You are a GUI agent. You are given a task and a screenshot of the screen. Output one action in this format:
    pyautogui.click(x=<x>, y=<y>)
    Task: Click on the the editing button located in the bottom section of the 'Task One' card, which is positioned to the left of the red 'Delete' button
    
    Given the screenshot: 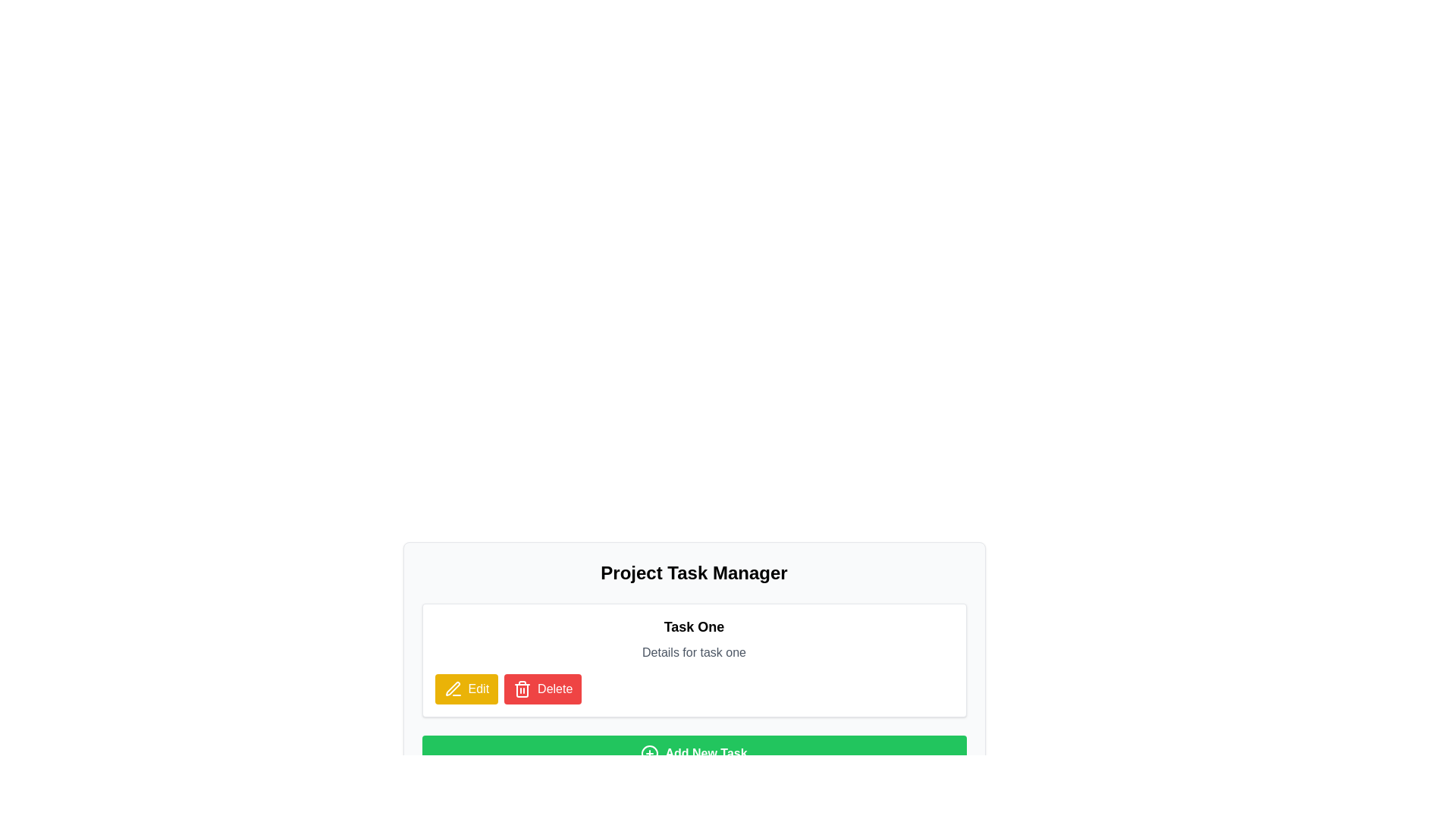 What is the action you would take?
    pyautogui.click(x=466, y=689)
    